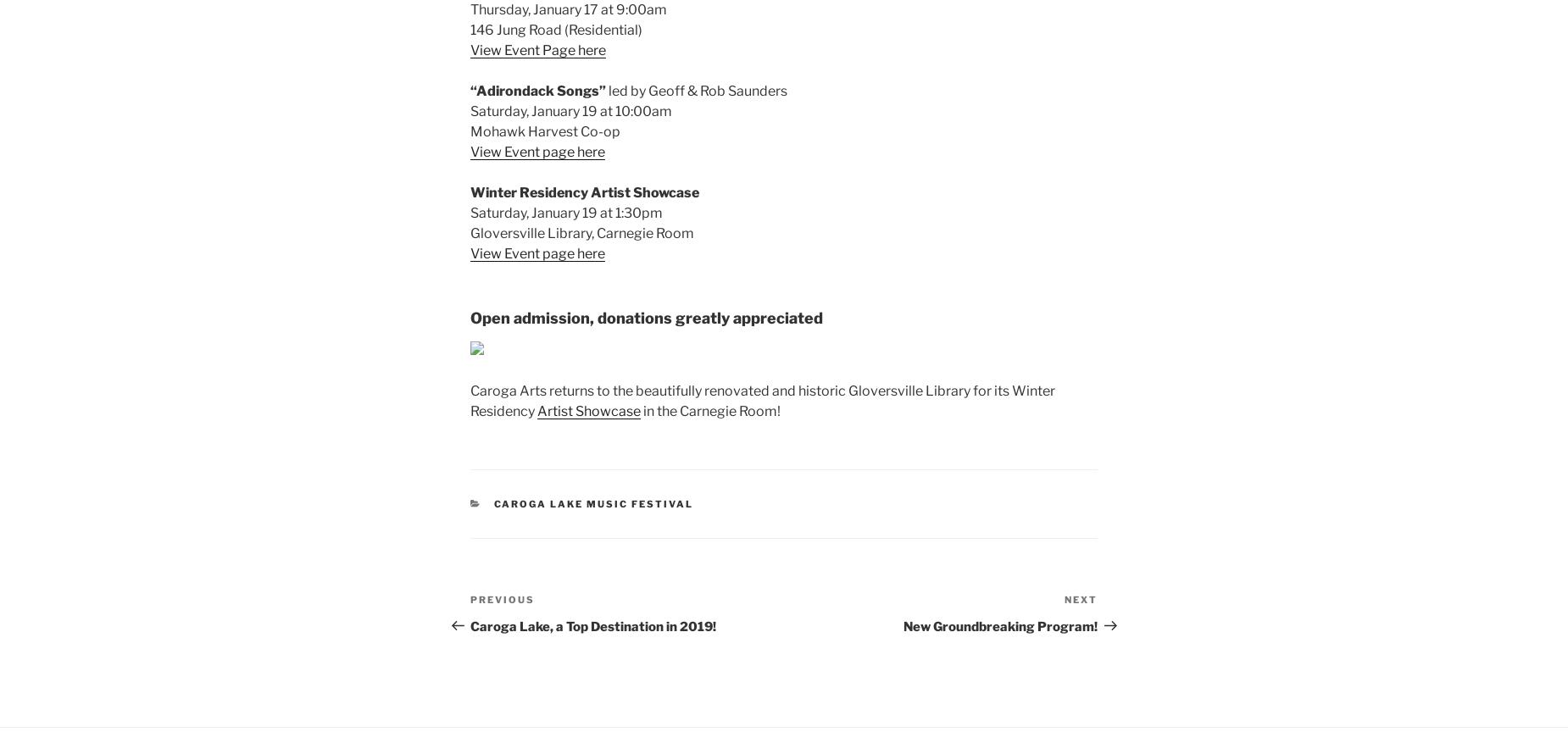 Image resolution: width=1568 pixels, height=743 pixels. What do you see at coordinates (493, 390) in the screenshot?
I see `'Caroga'` at bounding box center [493, 390].